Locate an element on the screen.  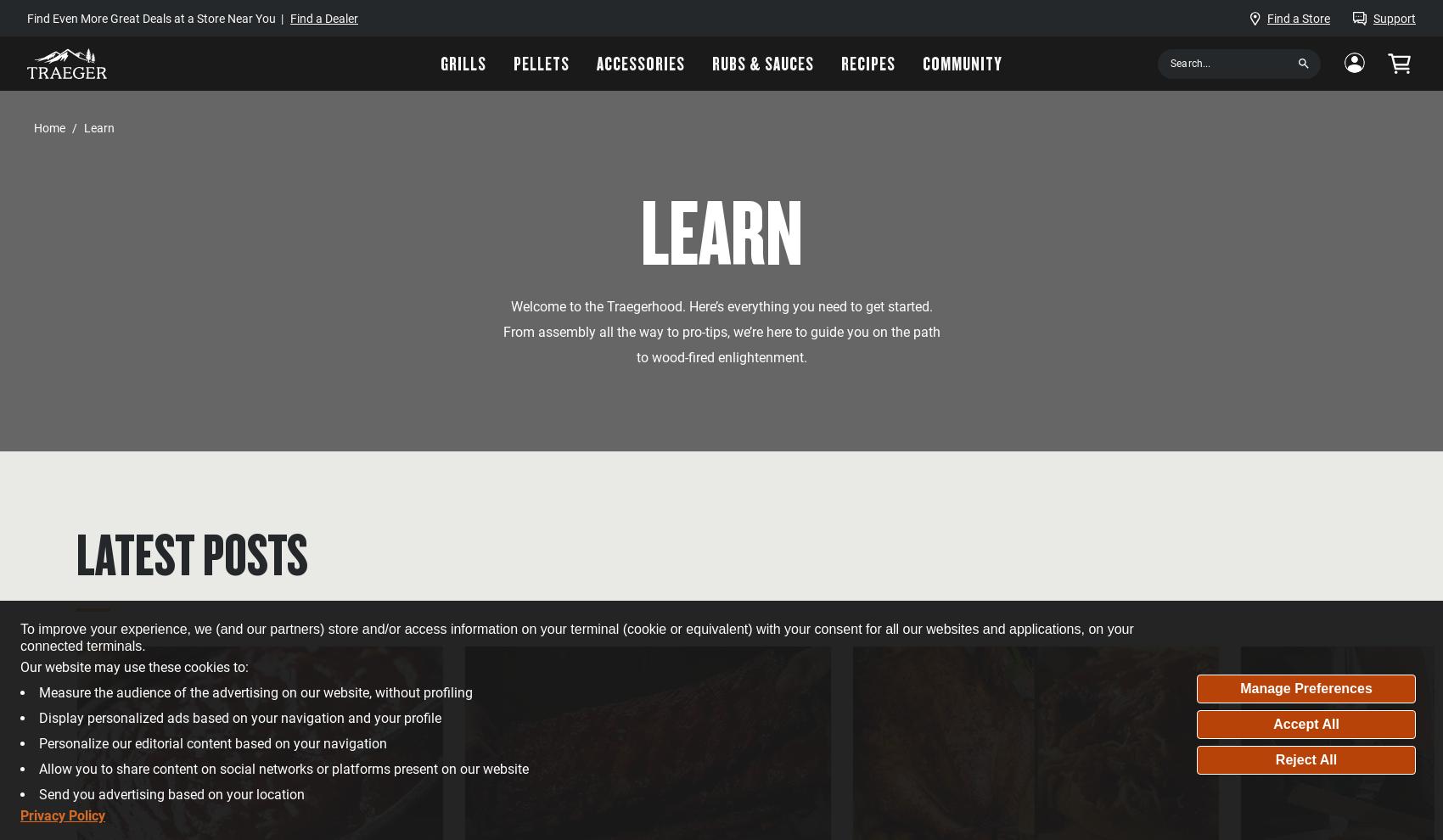
'Grills' is located at coordinates (463, 62).